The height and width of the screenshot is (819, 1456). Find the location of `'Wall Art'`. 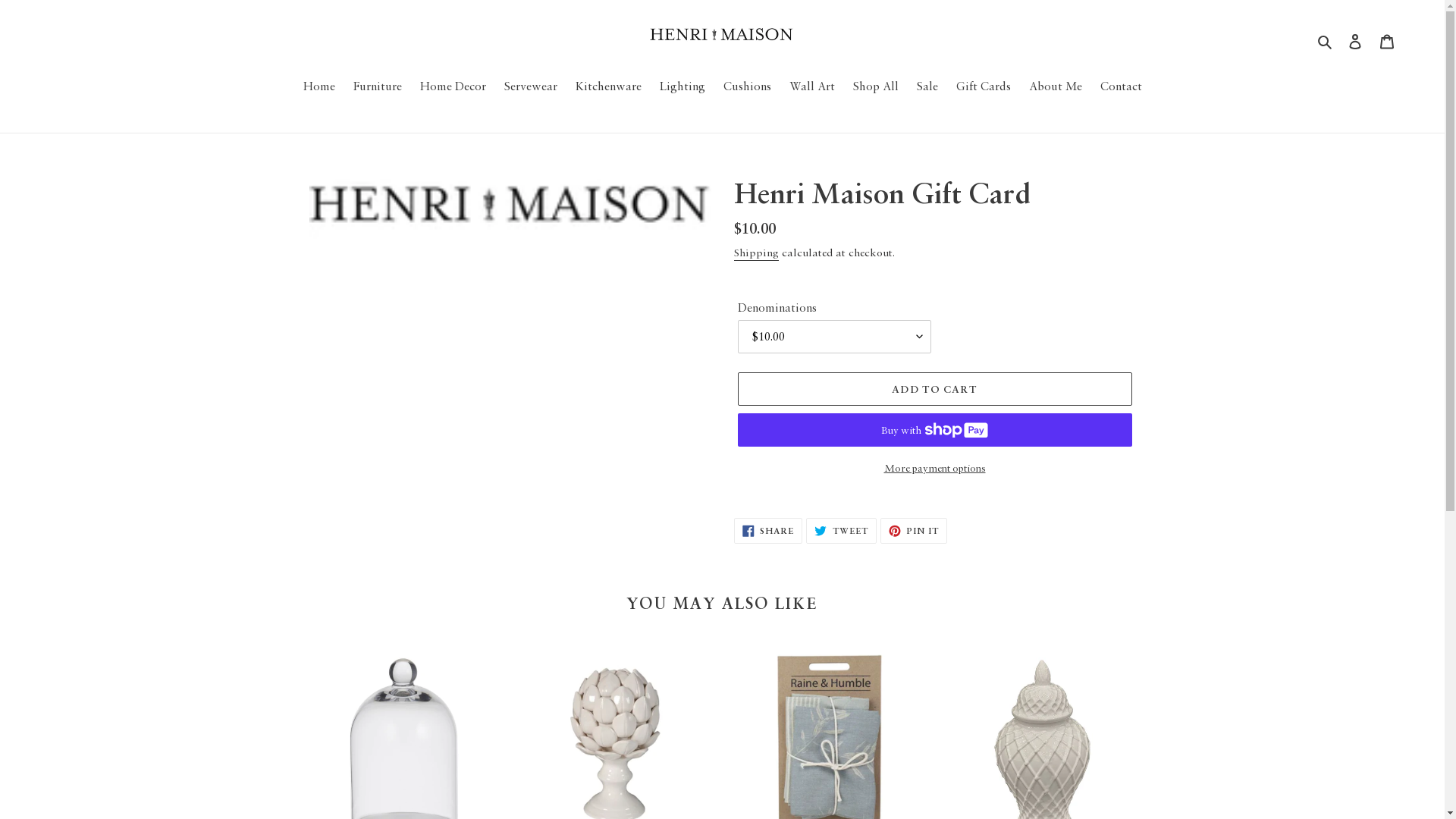

'Wall Art' is located at coordinates (781, 86).